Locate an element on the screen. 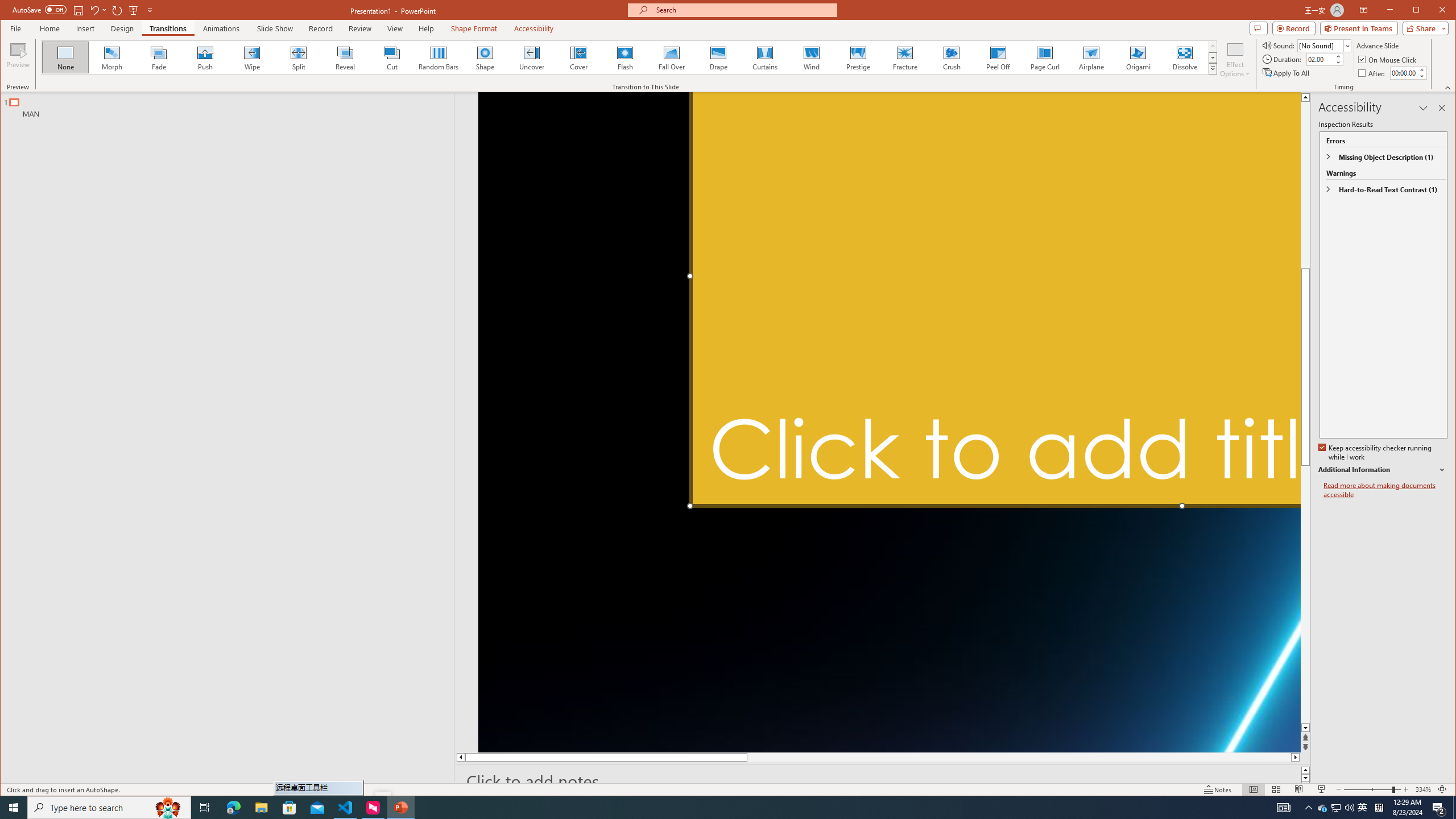  'Shape' is located at coordinates (484, 57).